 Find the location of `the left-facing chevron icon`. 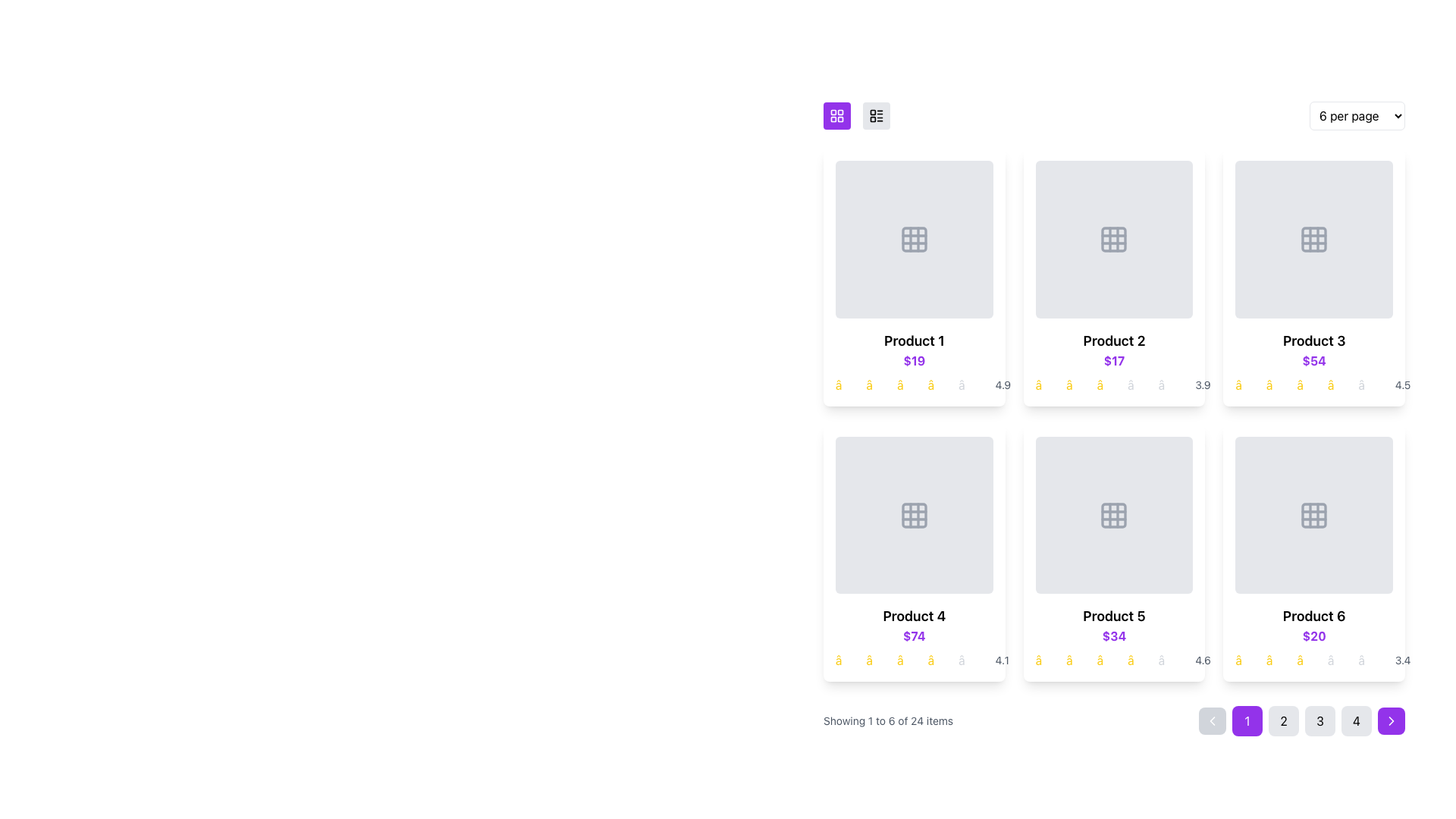

the left-facing chevron icon is located at coordinates (1211, 720).